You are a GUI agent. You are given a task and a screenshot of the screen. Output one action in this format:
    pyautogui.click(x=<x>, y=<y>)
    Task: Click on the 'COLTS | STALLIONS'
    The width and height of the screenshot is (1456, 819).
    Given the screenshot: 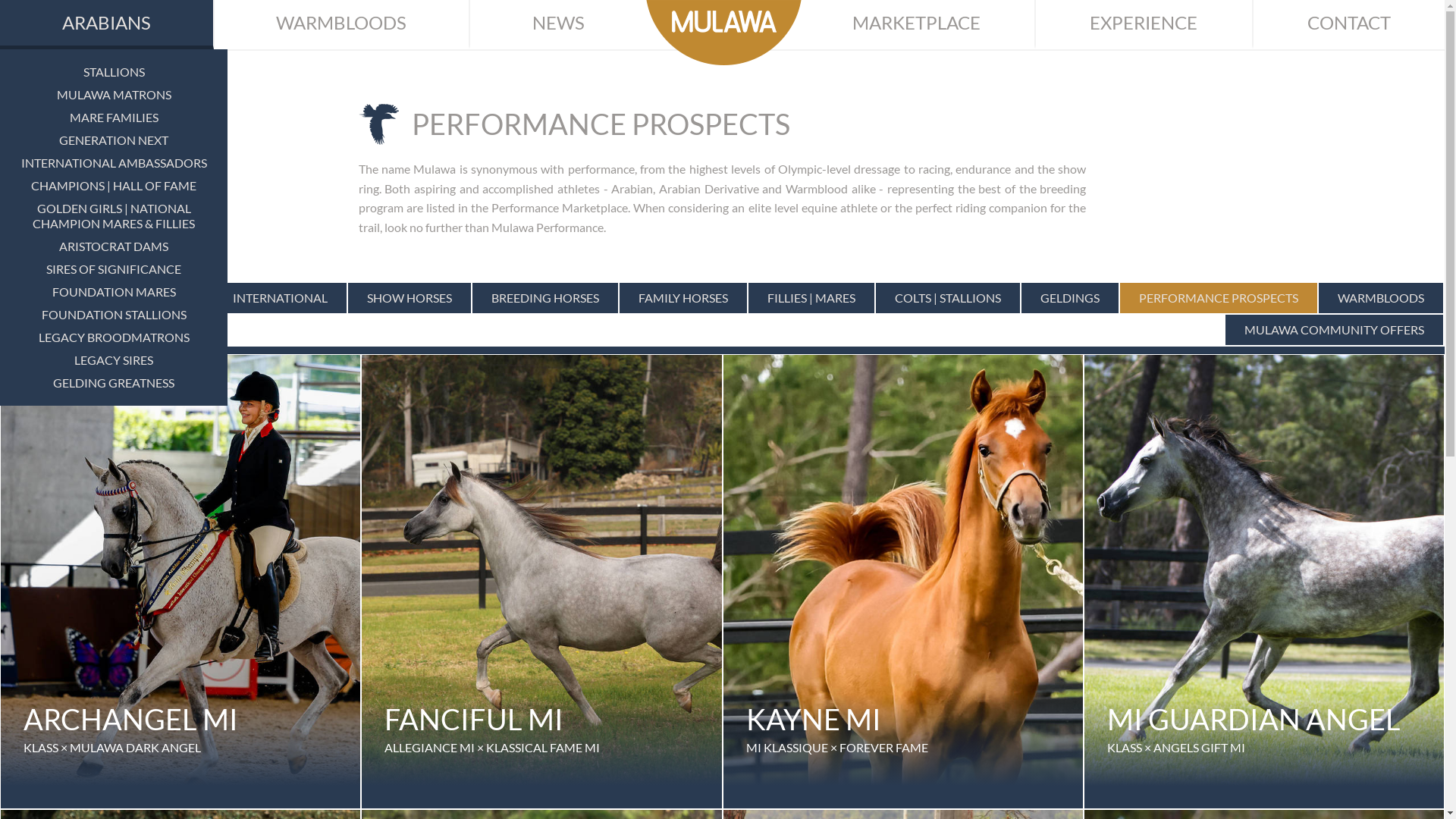 What is the action you would take?
    pyautogui.click(x=946, y=298)
    